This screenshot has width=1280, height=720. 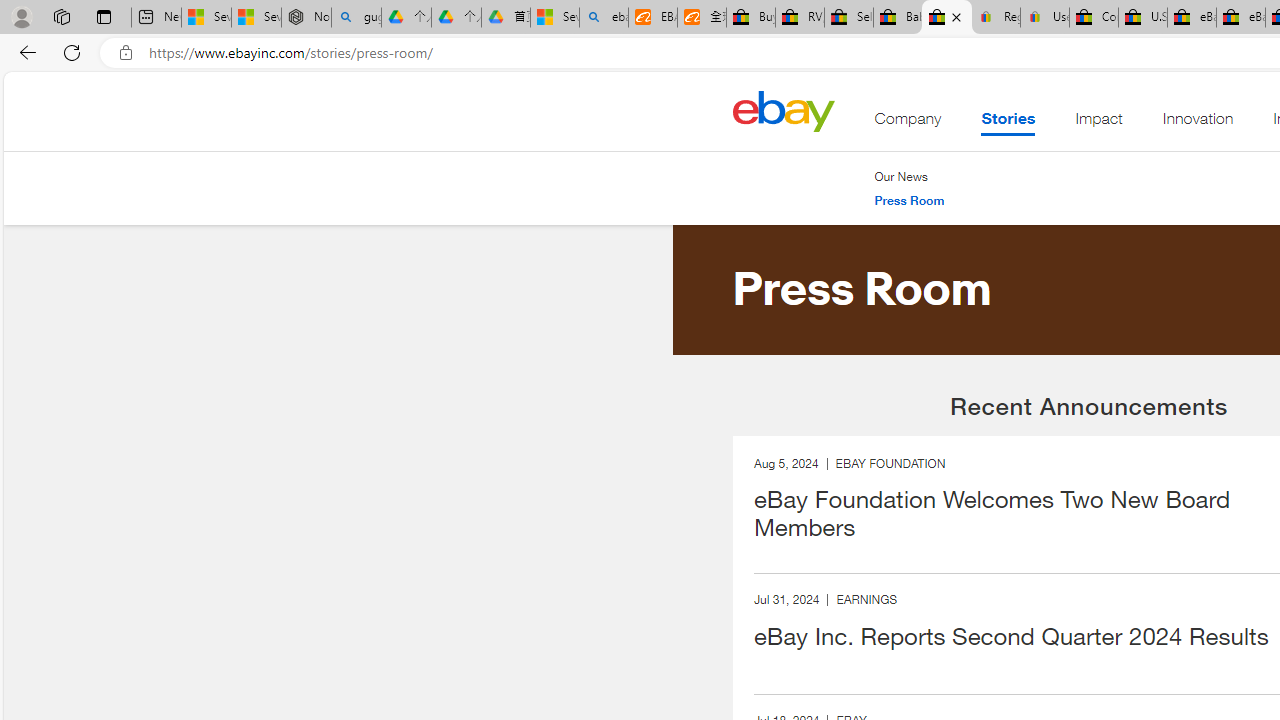 What do you see at coordinates (61, 16) in the screenshot?
I see `'Workspaces'` at bounding box center [61, 16].